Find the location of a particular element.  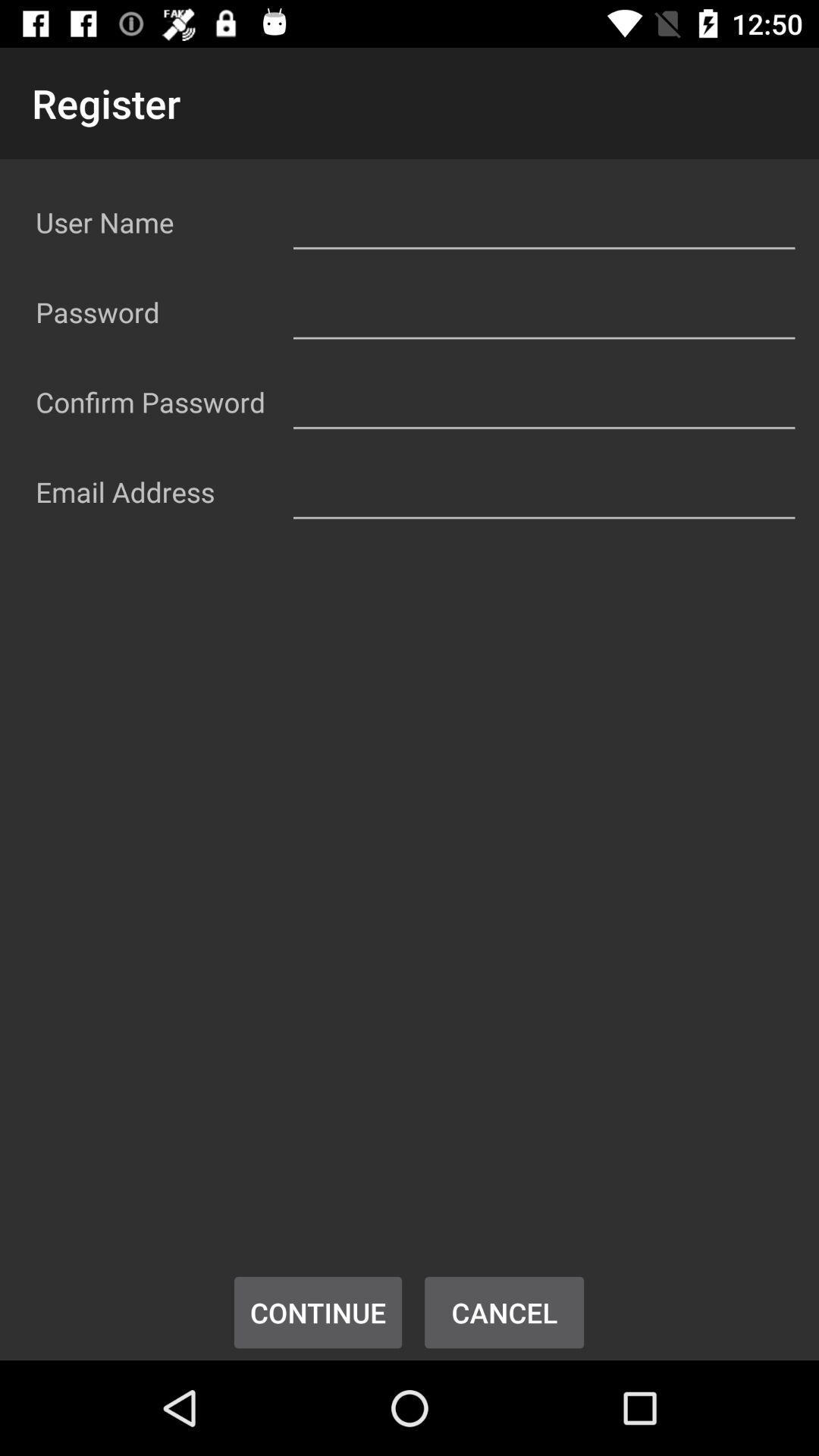

tap on the cancel button that is right to continue button is located at coordinates (504, 1312).